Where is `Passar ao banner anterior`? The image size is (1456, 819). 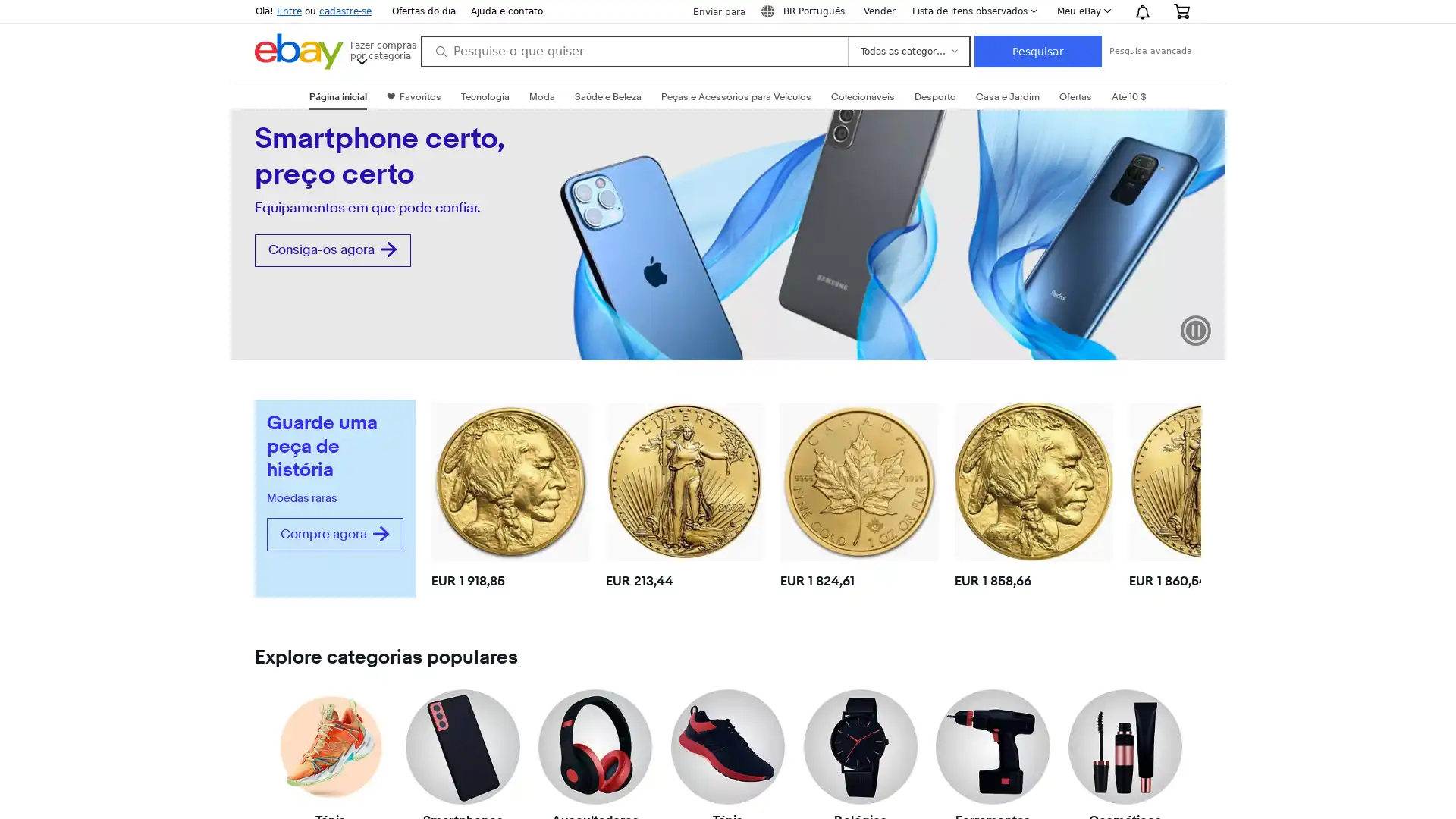
Passar ao banner anterior is located at coordinates (243, 240).